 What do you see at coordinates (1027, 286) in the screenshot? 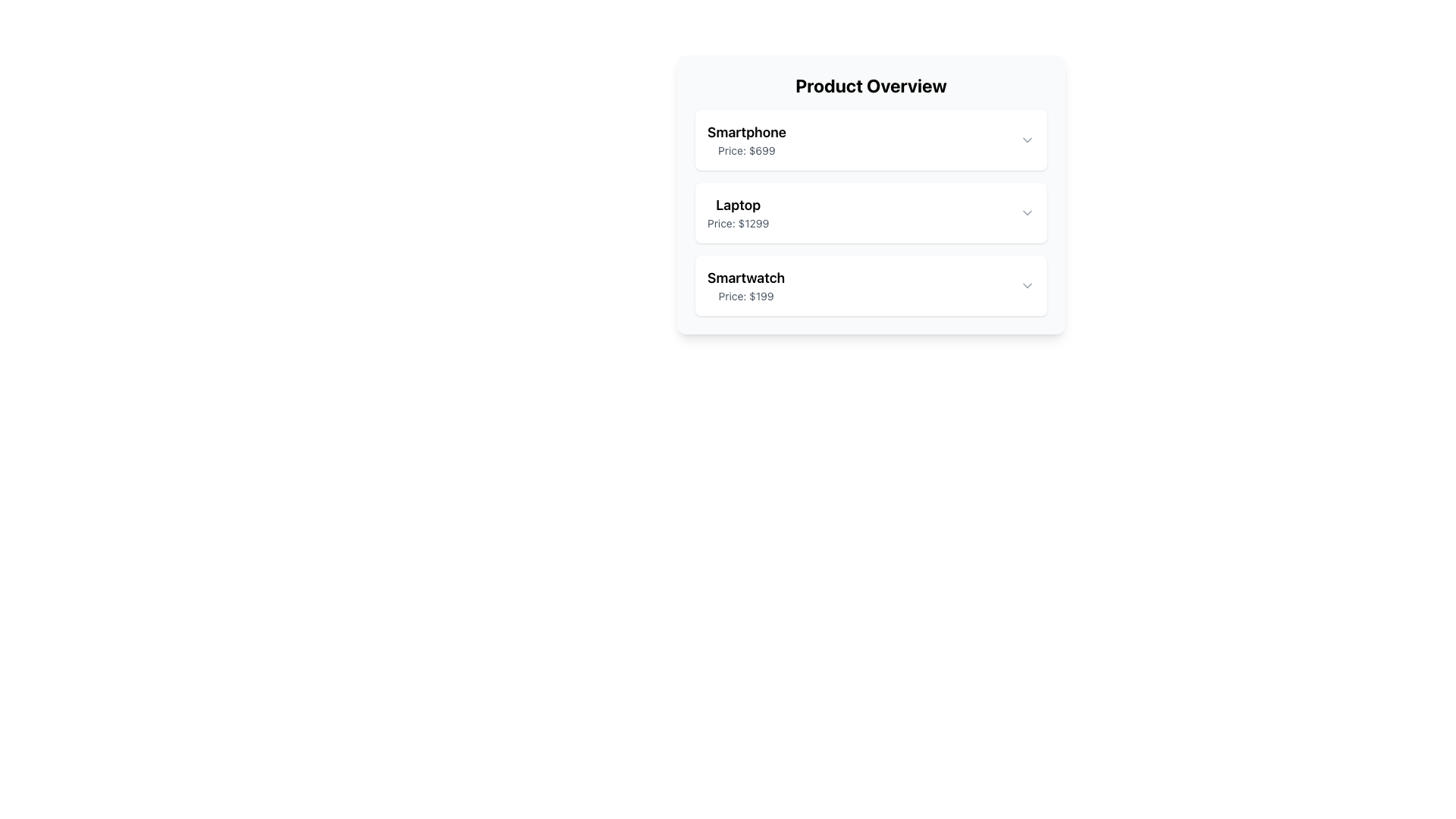
I see `the SVG chevron icon indicating a dropdown for the 'Smartwatch Price: $199' to change its color` at bounding box center [1027, 286].